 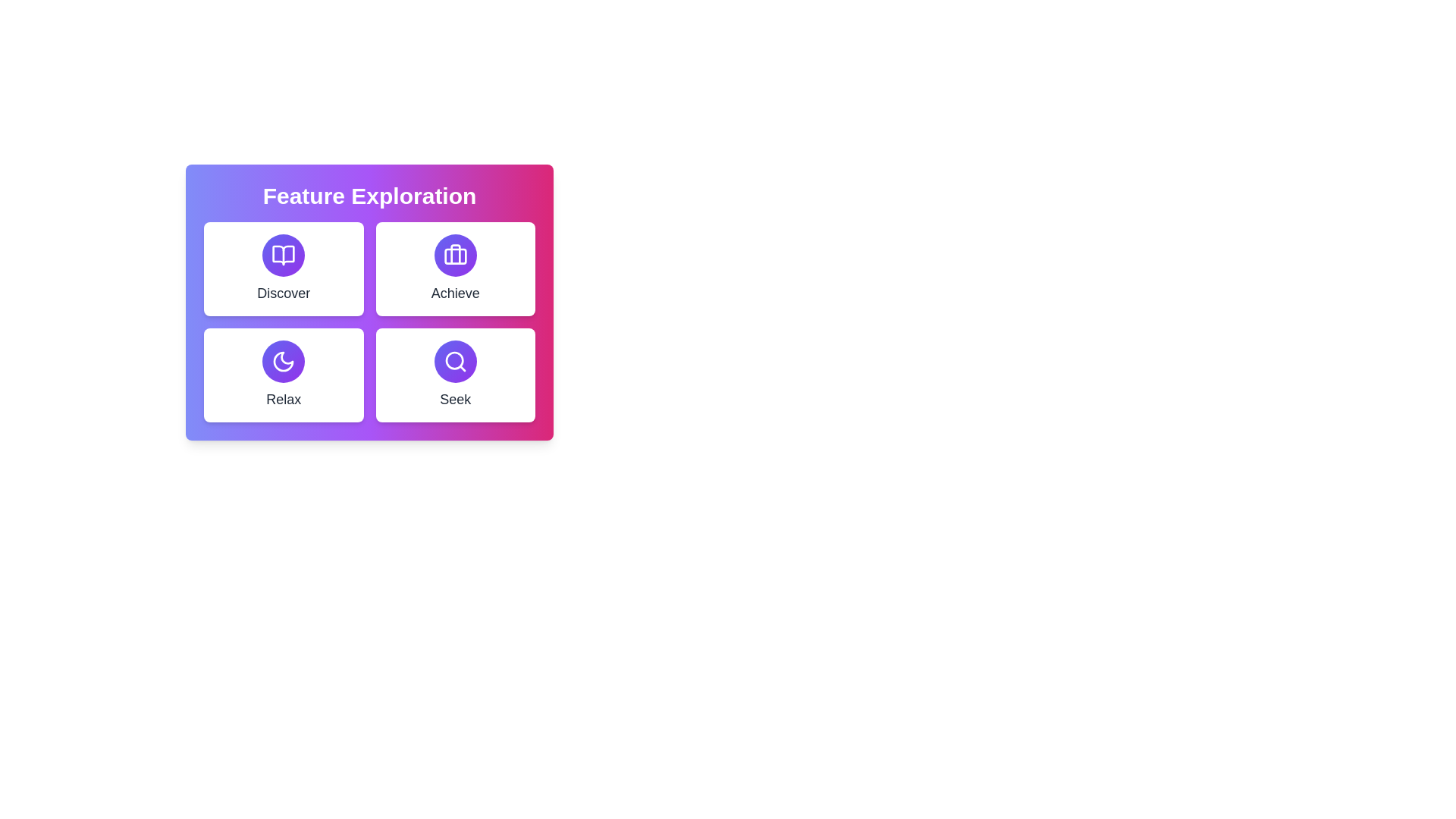 I want to click on the navigational card located in the bottom-right corner of the 2x2 grid layout to initiate a search or exploration action, so click(x=454, y=375).